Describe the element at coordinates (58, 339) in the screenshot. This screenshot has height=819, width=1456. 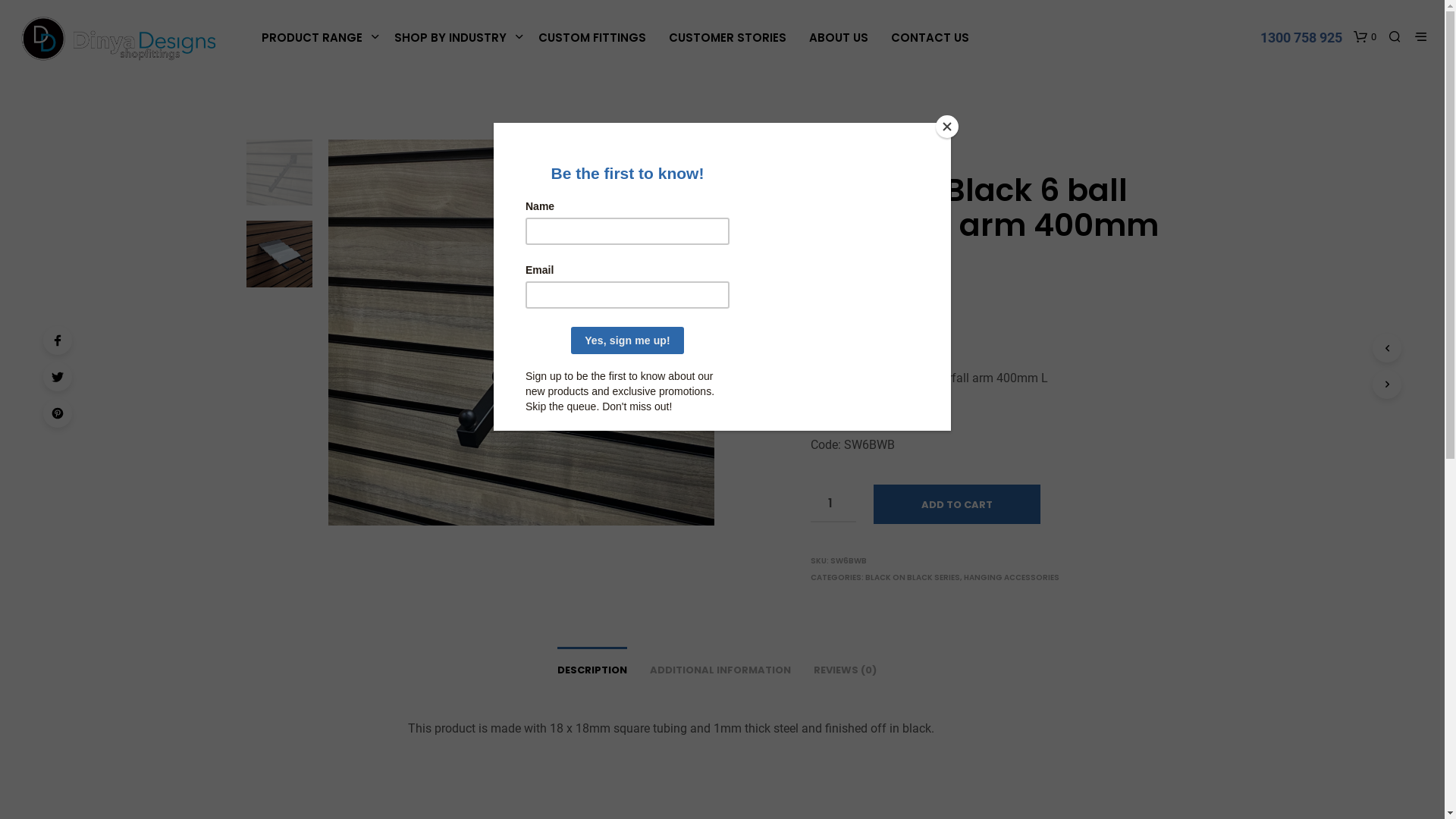
I see `'Facebook'` at that location.